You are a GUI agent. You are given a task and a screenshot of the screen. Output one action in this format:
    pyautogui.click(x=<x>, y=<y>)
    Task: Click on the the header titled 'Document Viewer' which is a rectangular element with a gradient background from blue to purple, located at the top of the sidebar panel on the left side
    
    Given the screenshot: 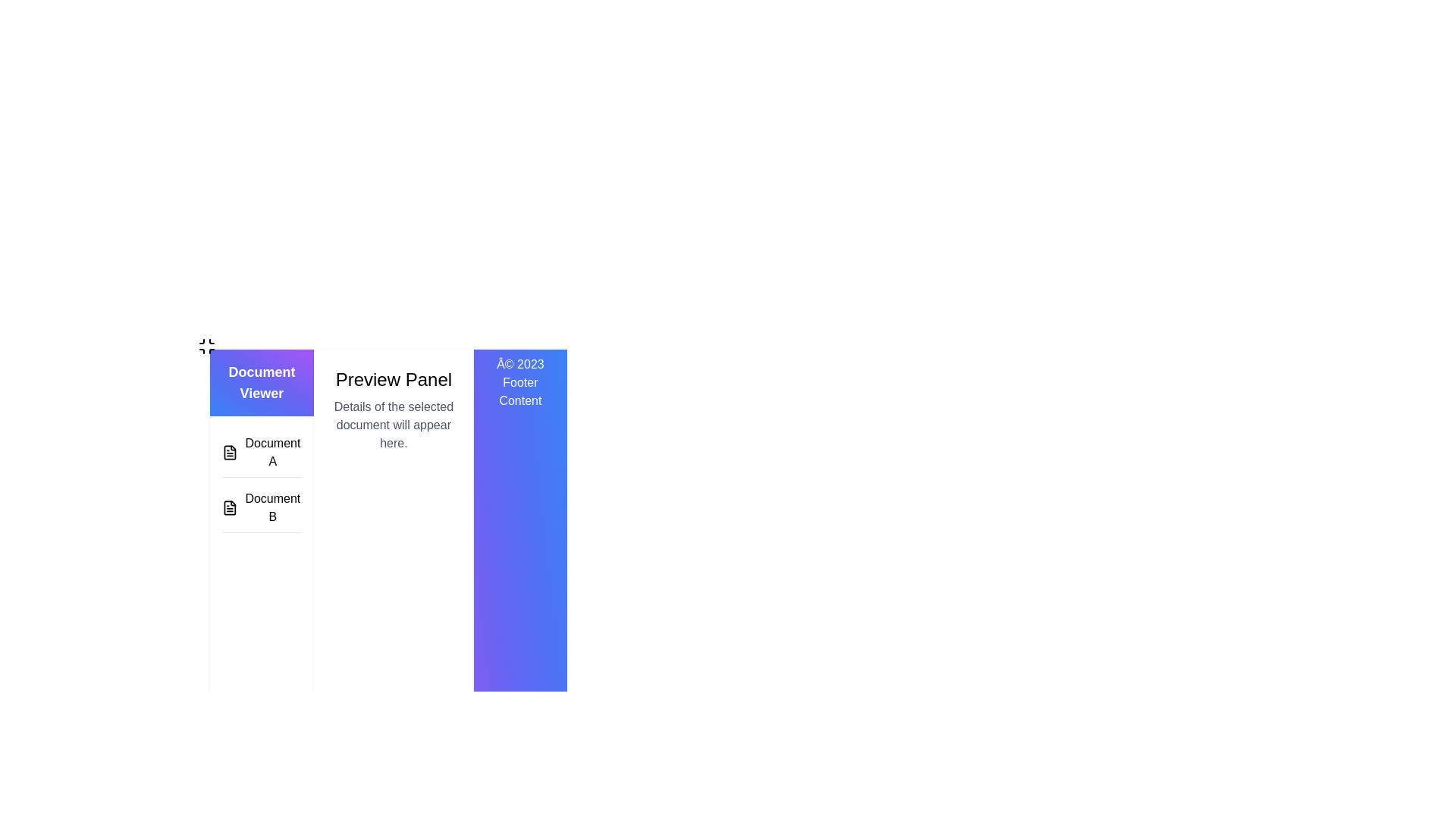 What is the action you would take?
    pyautogui.click(x=262, y=382)
    